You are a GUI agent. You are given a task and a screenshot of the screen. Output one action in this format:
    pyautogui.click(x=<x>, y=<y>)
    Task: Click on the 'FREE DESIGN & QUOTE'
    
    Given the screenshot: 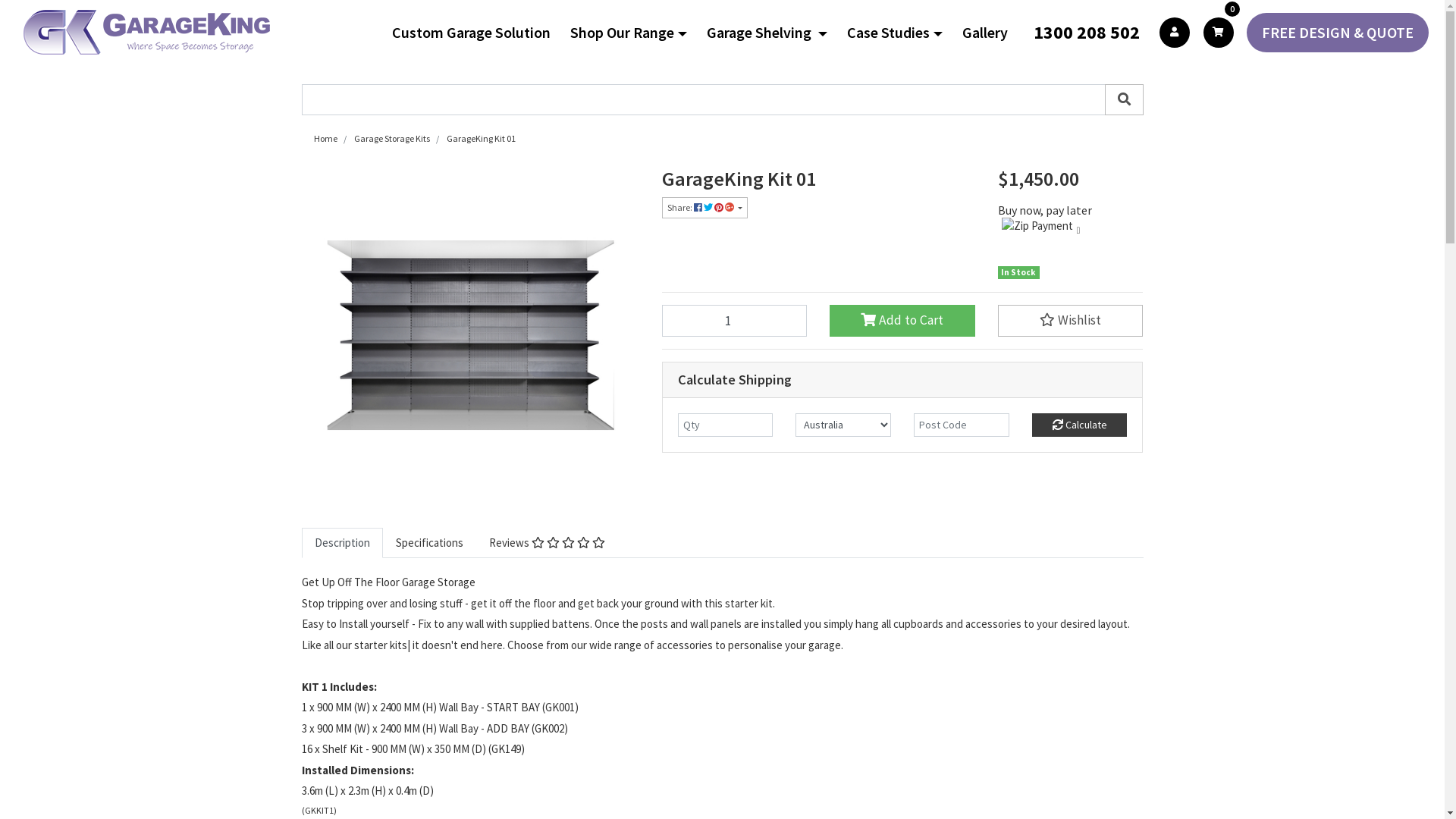 What is the action you would take?
    pyautogui.click(x=1246, y=32)
    